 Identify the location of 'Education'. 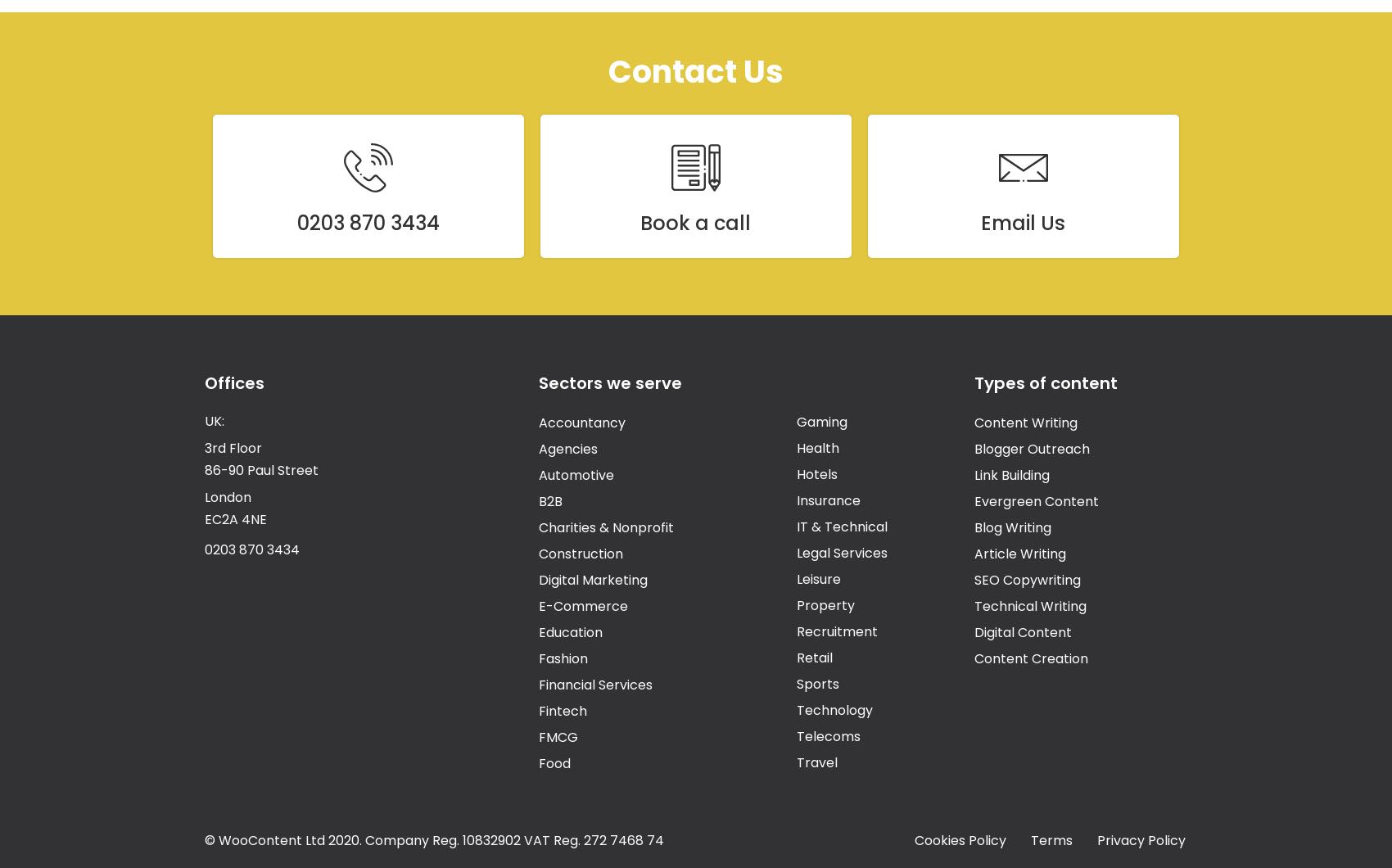
(538, 631).